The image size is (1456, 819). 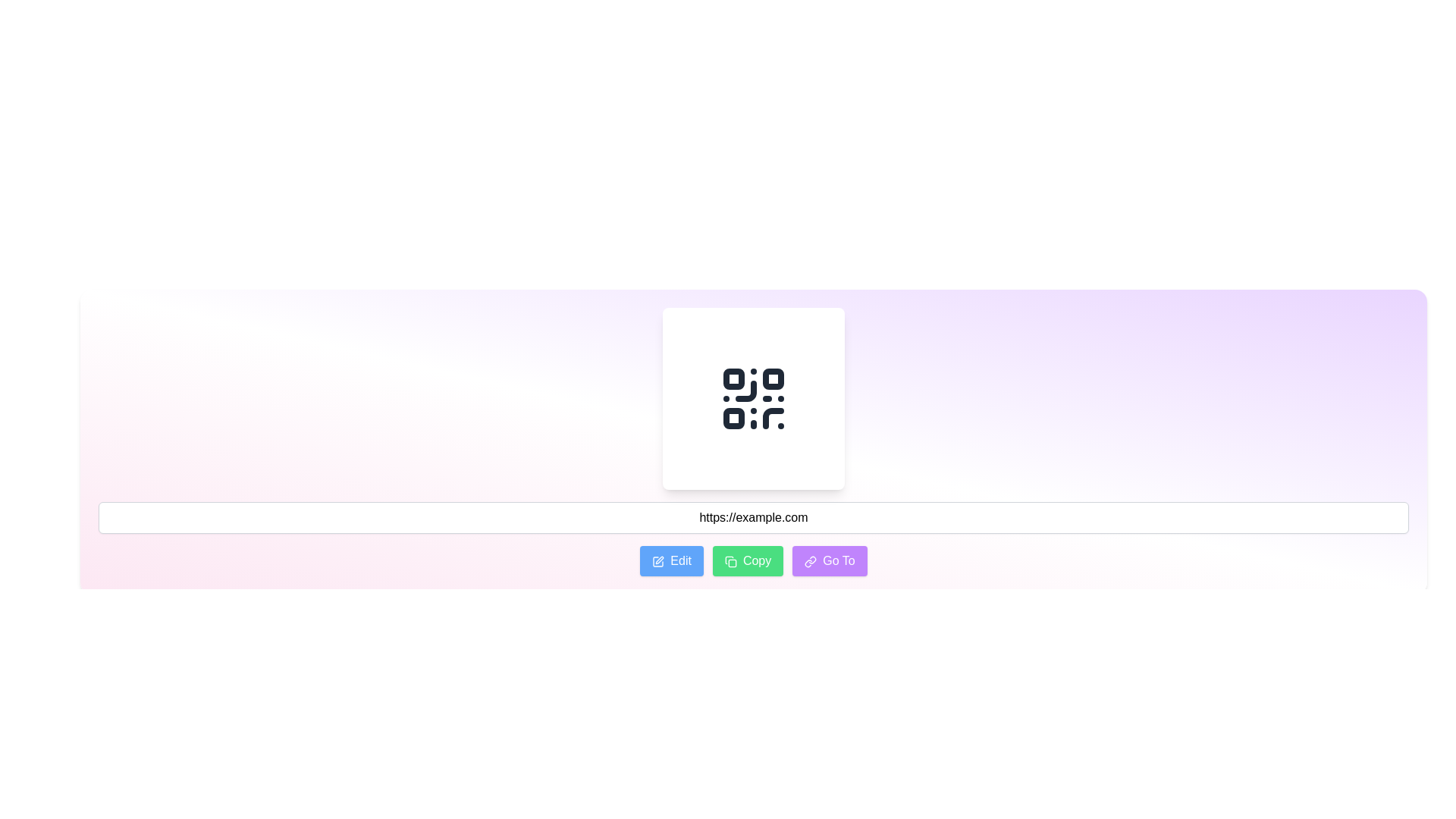 I want to click on the first button from the left in the horizontal group near the bottom center of the interface, so click(x=671, y=561).